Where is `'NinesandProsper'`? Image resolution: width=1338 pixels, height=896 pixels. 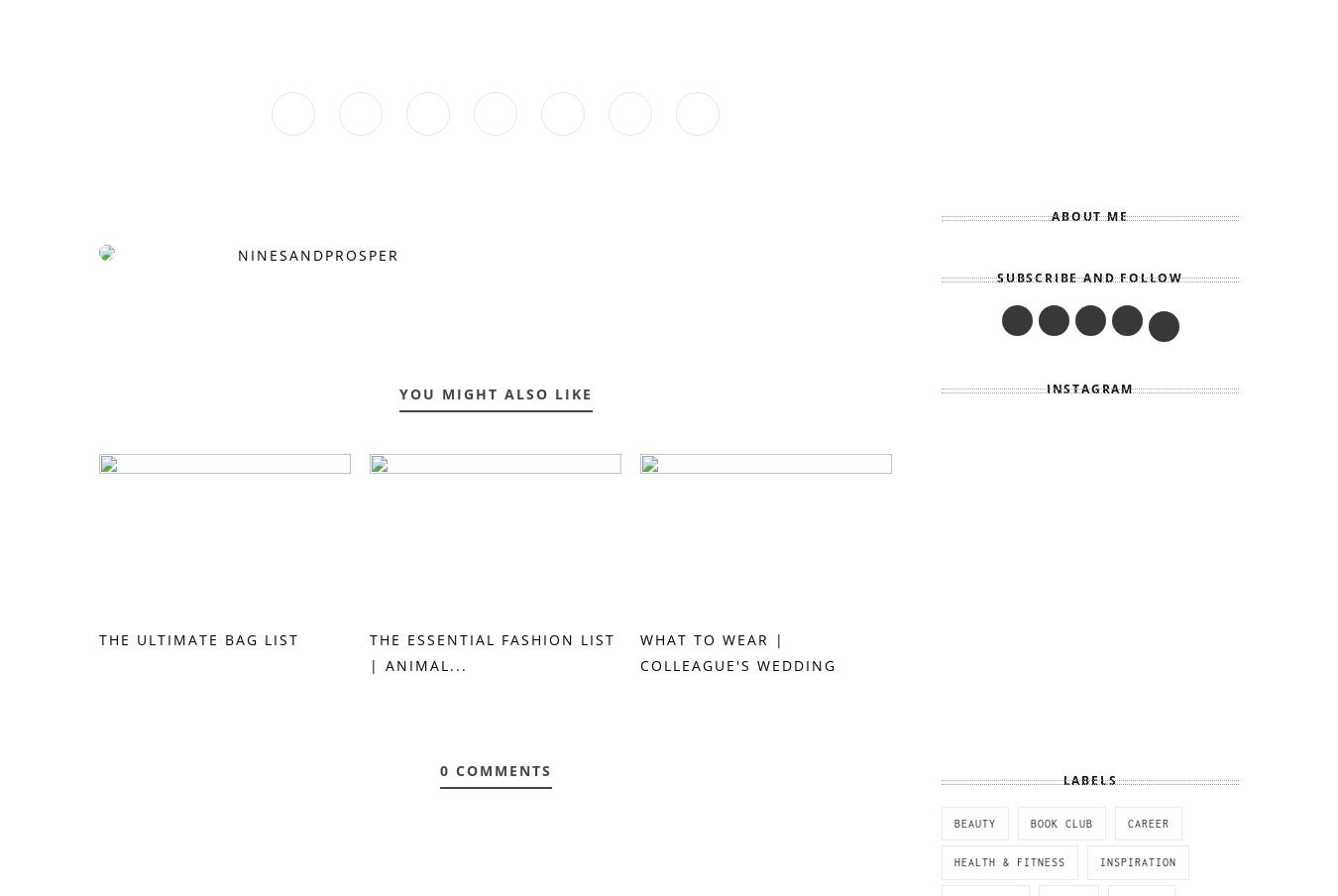
'NinesandProsper' is located at coordinates (317, 253).